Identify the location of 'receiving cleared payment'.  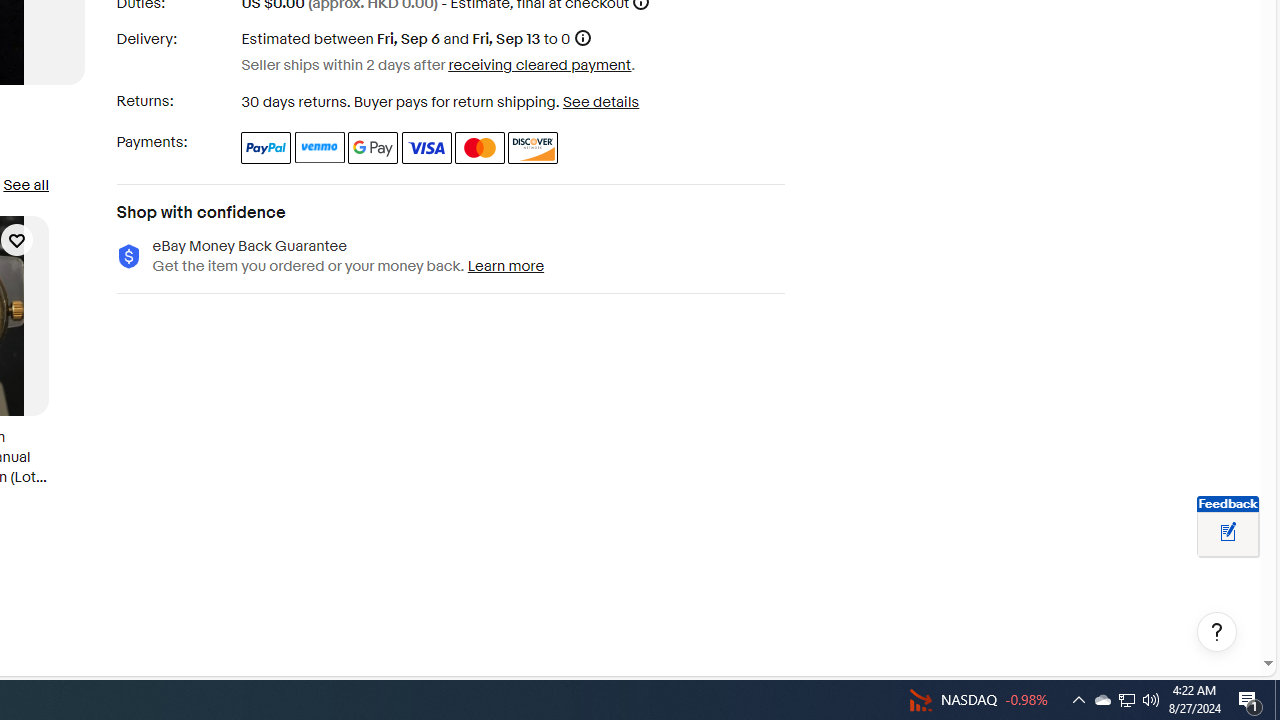
(540, 63).